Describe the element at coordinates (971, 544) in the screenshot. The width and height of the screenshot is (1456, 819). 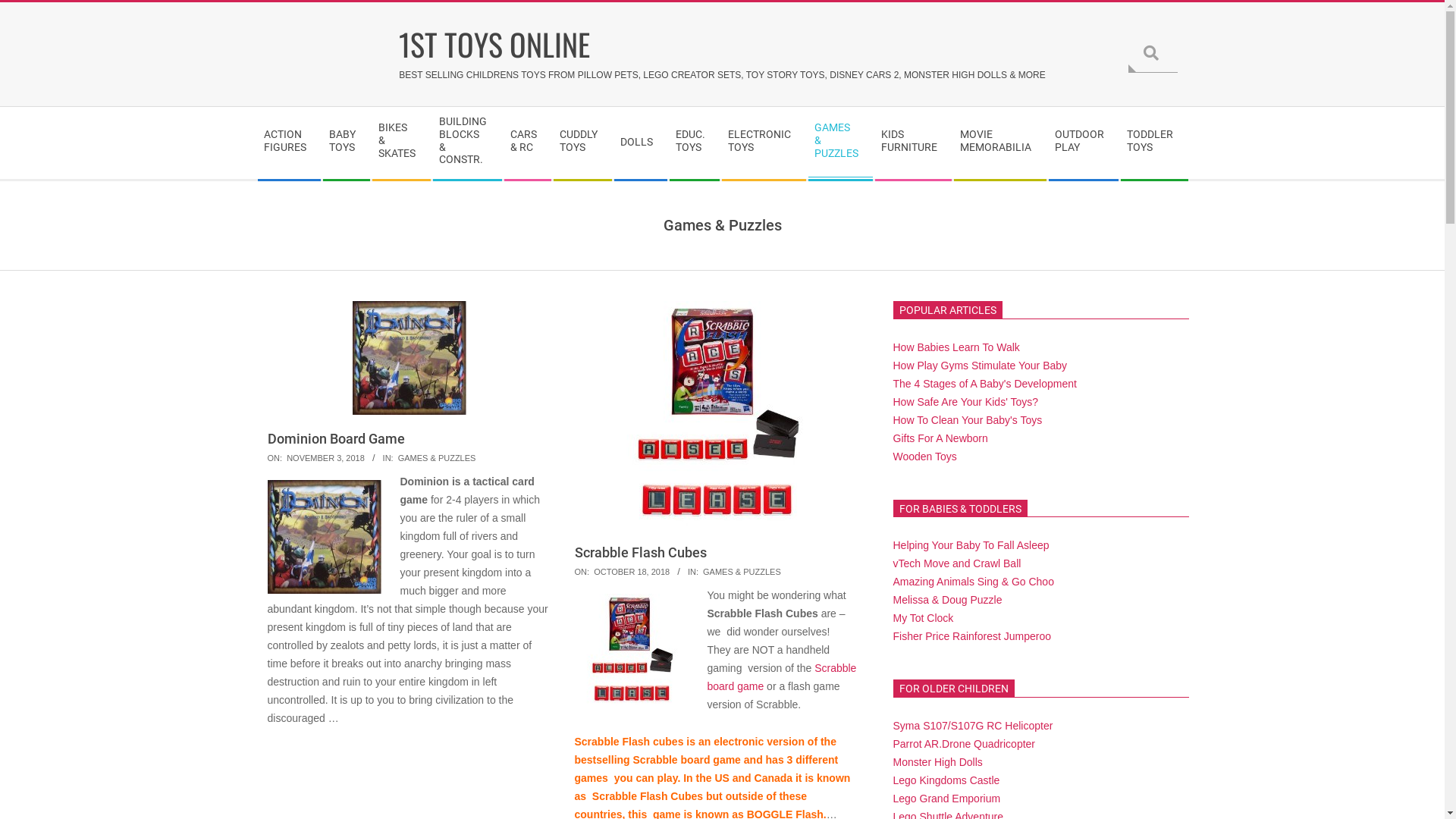
I see `'Helping Your Baby To Fall Asleep'` at that location.